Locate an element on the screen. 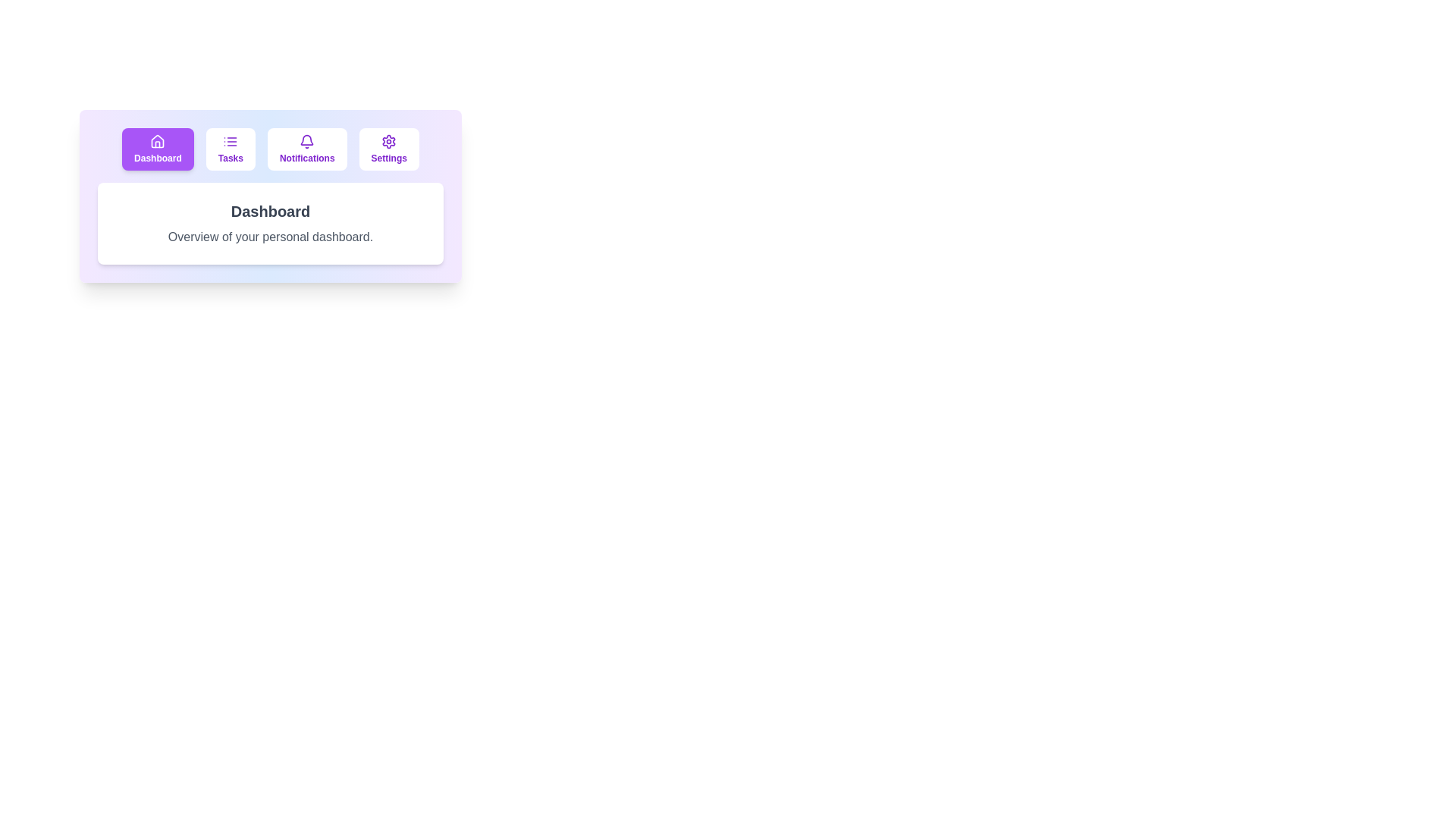 The width and height of the screenshot is (1456, 819). the main display area to focus on the text is located at coordinates (270, 223).